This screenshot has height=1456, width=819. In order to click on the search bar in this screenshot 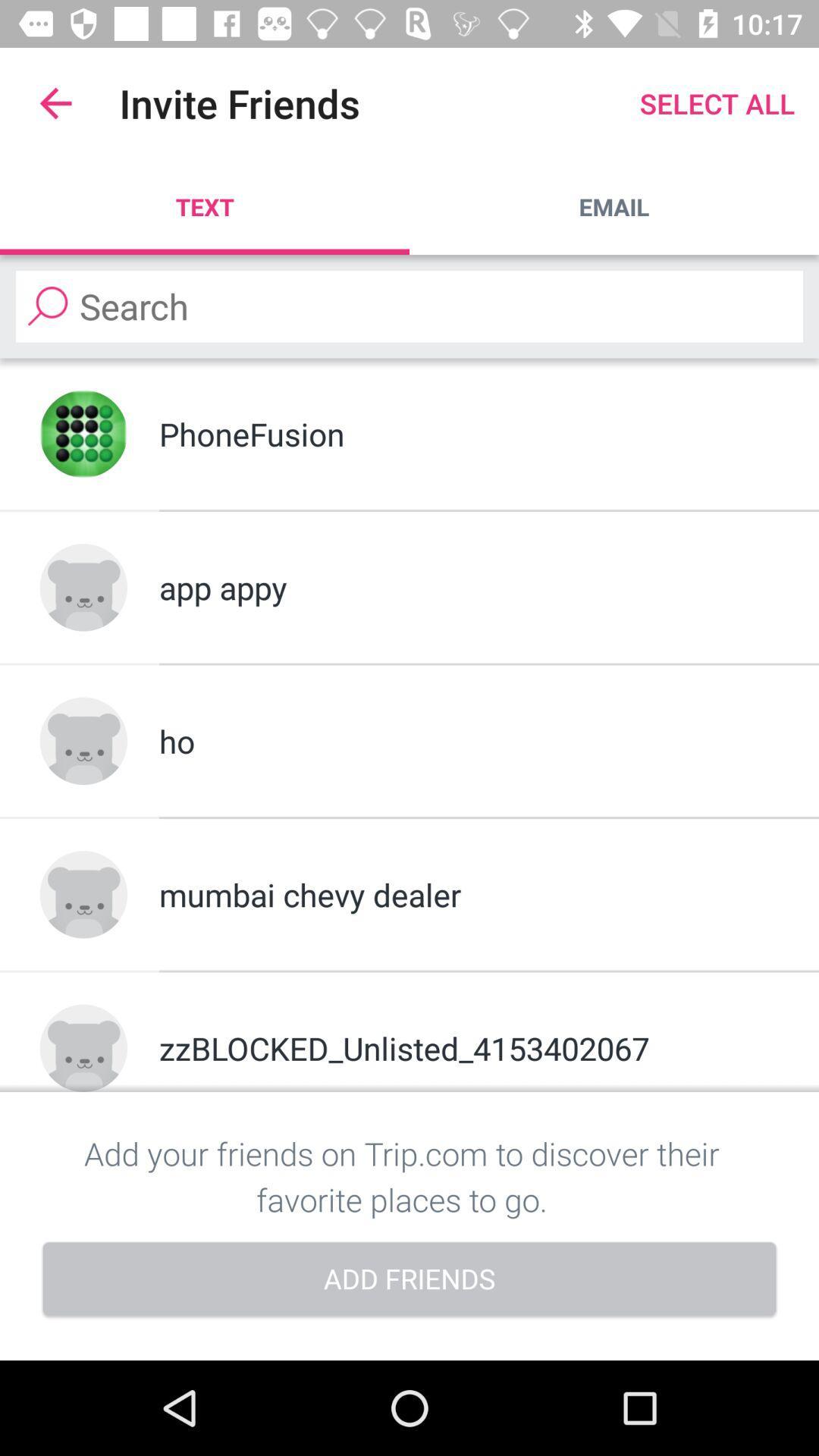, I will do `click(409, 306)`.